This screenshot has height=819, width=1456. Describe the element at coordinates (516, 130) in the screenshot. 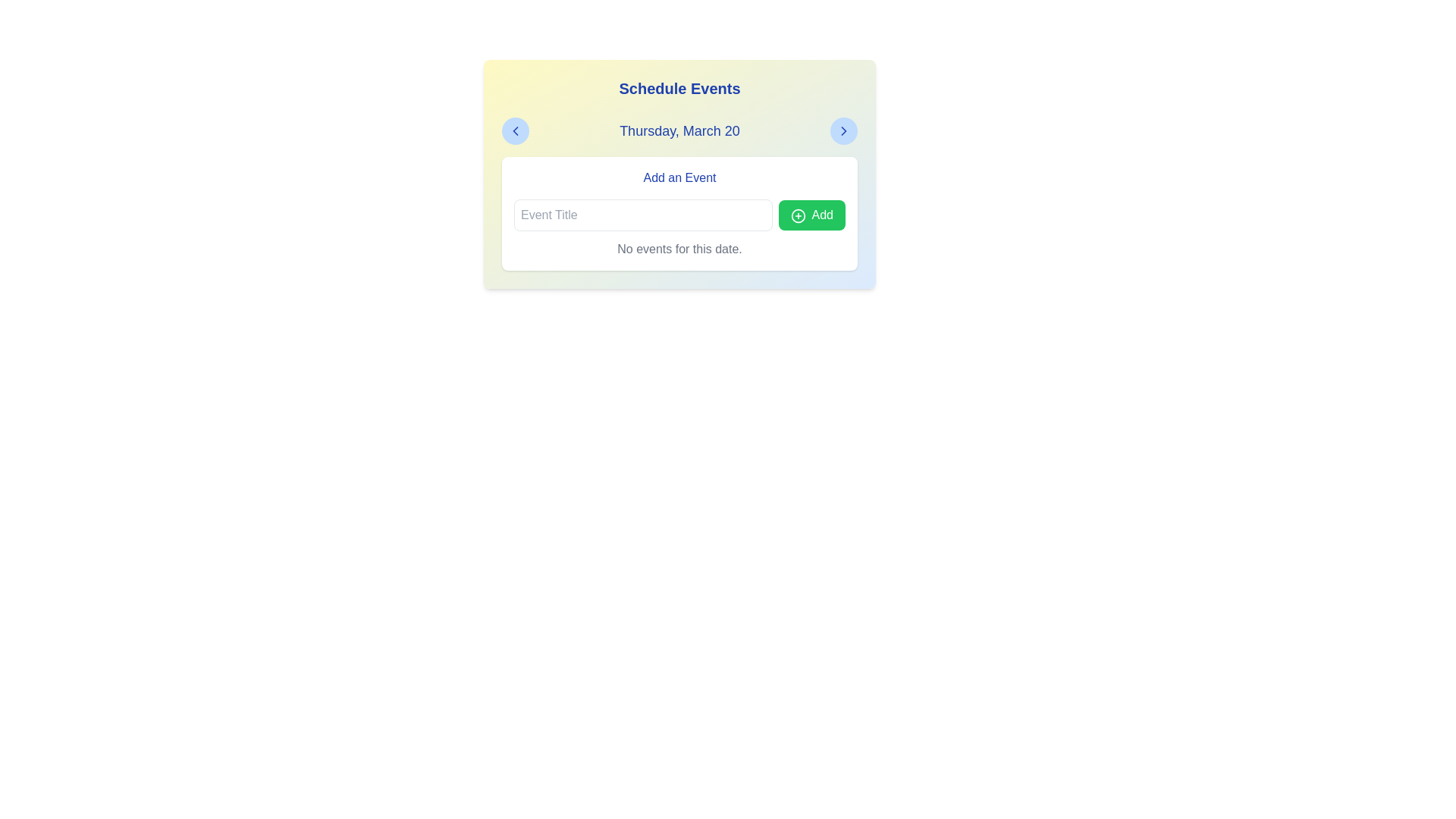

I see `the Chevron Icon within the circular button located in the upper-left corner of the 'Schedule Events' card` at that location.